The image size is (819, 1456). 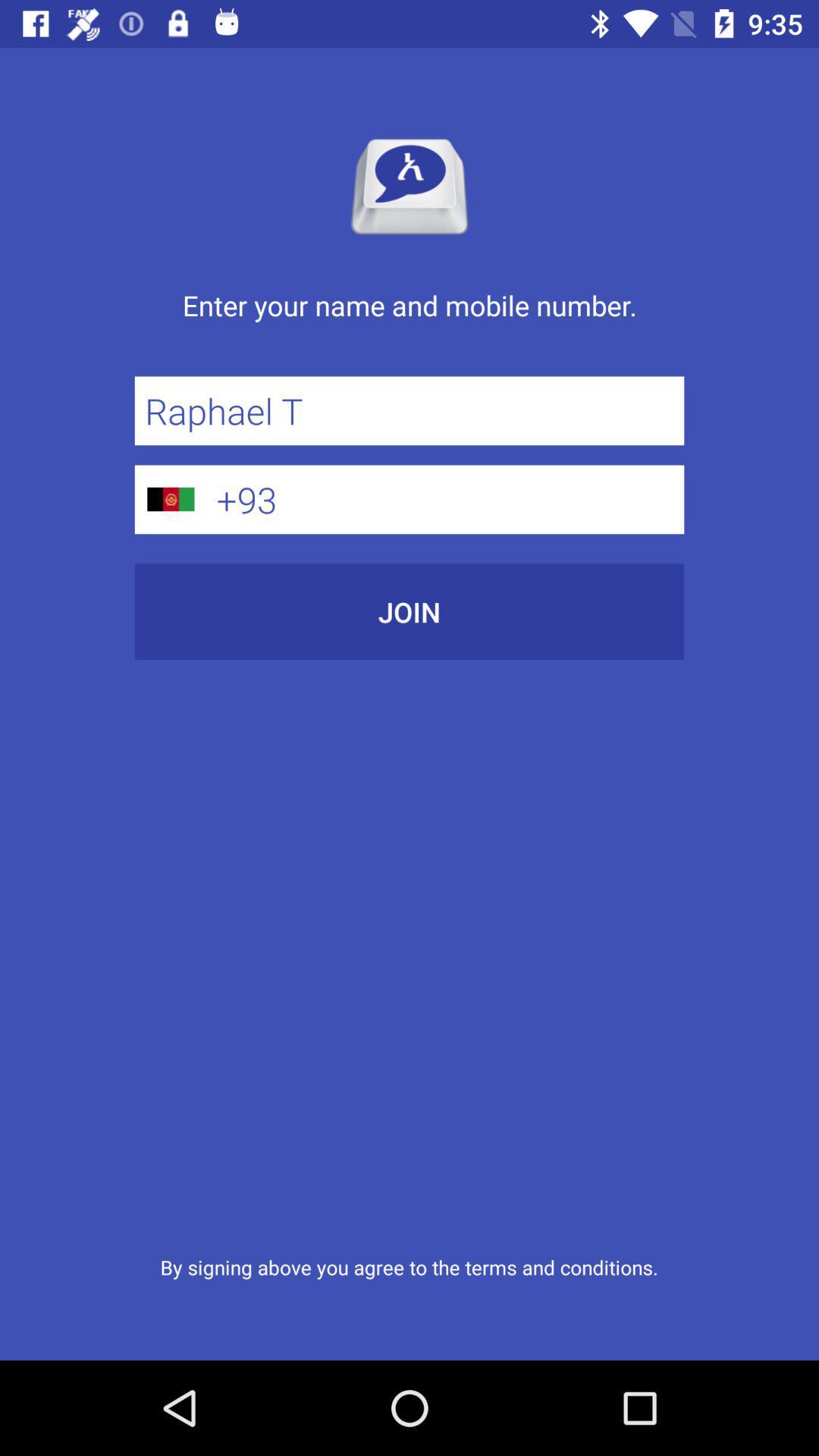 What do you see at coordinates (408, 1267) in the screenshot?
I see `icon below join icon` at bounding box center [408, 1267].